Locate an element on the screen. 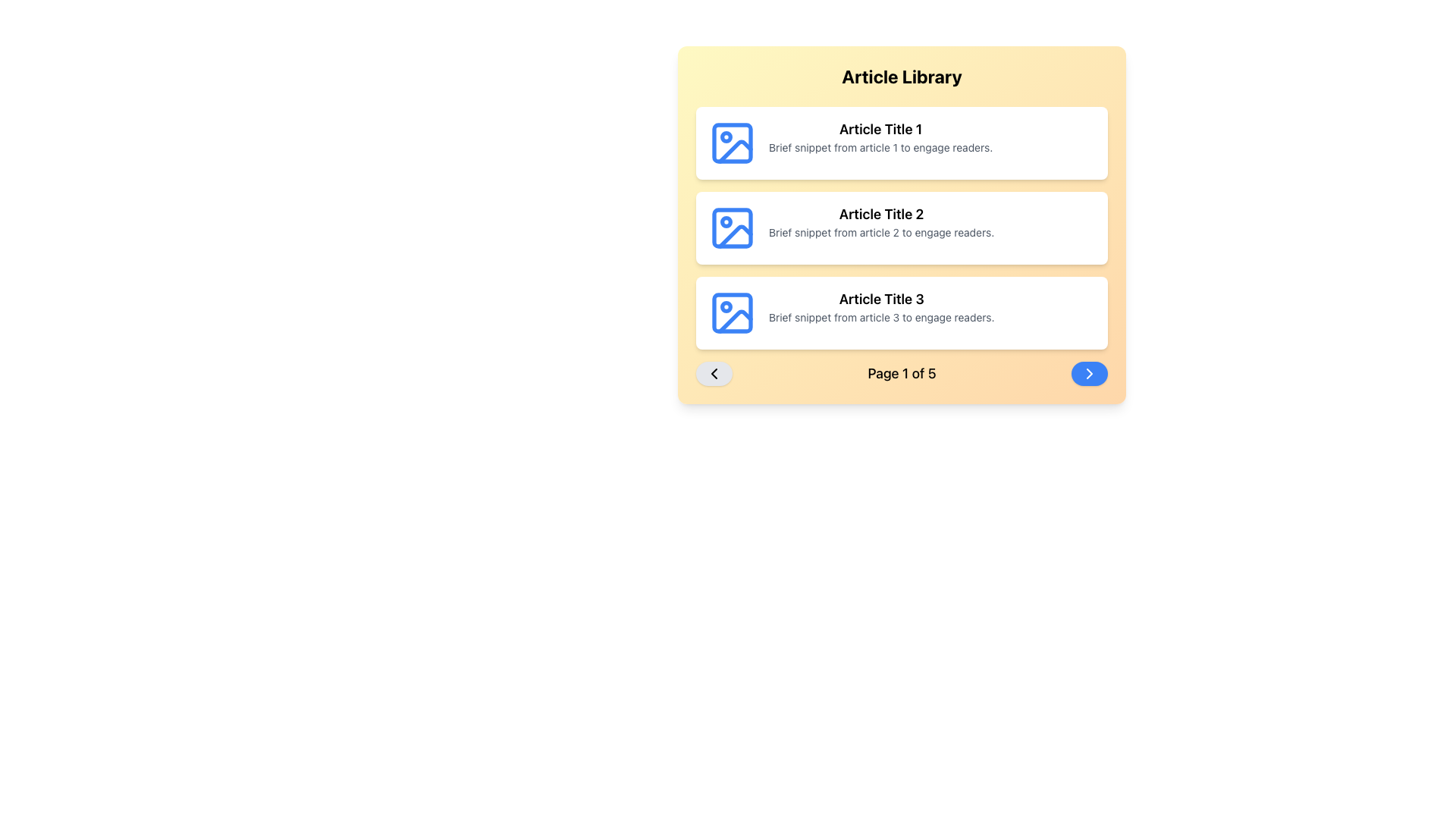  the text title of the first article in the list is located at coordinates (880, 128).